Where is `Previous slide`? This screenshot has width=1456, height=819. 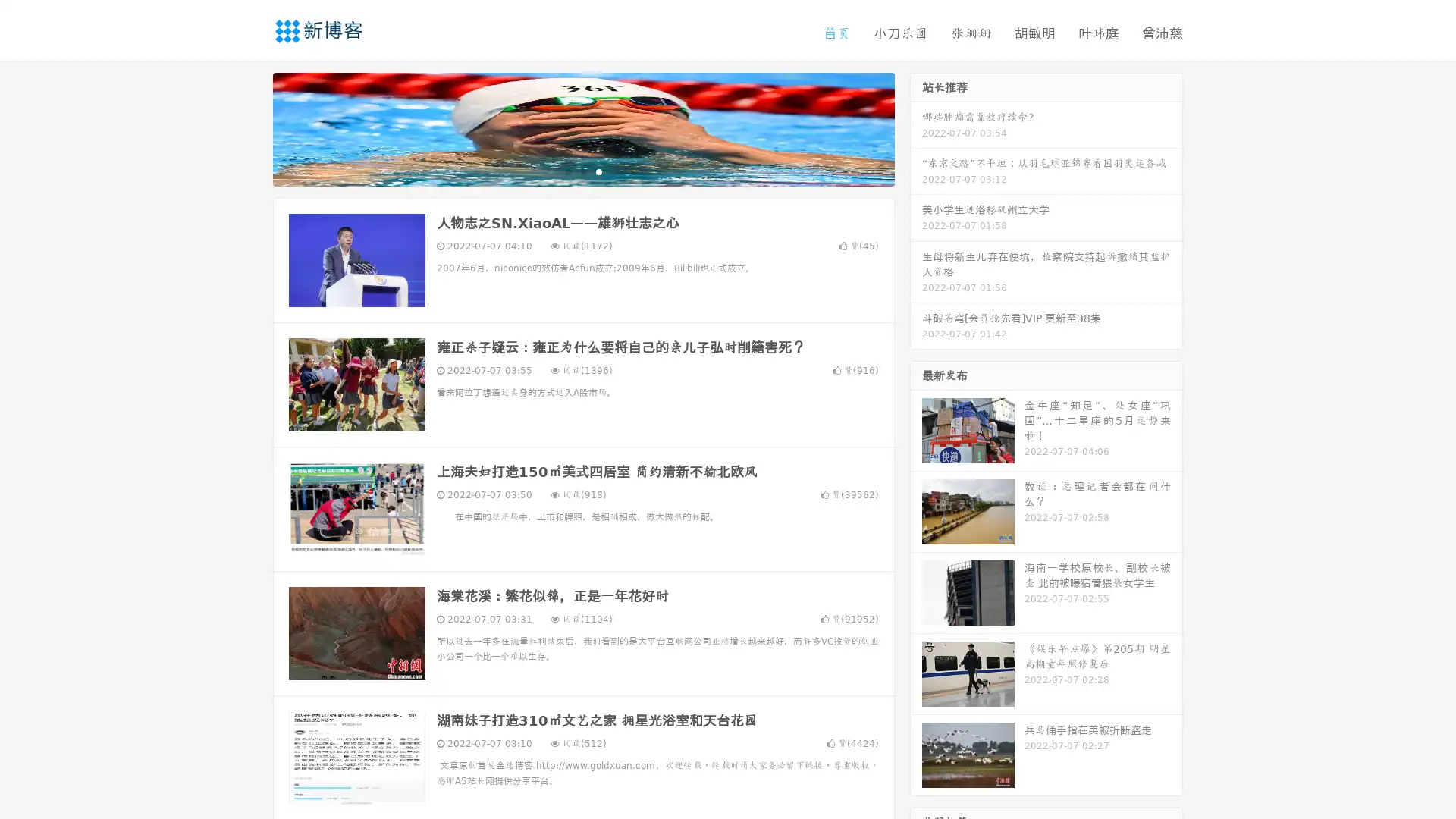
Previous slide is located at coordinates (250, 127).